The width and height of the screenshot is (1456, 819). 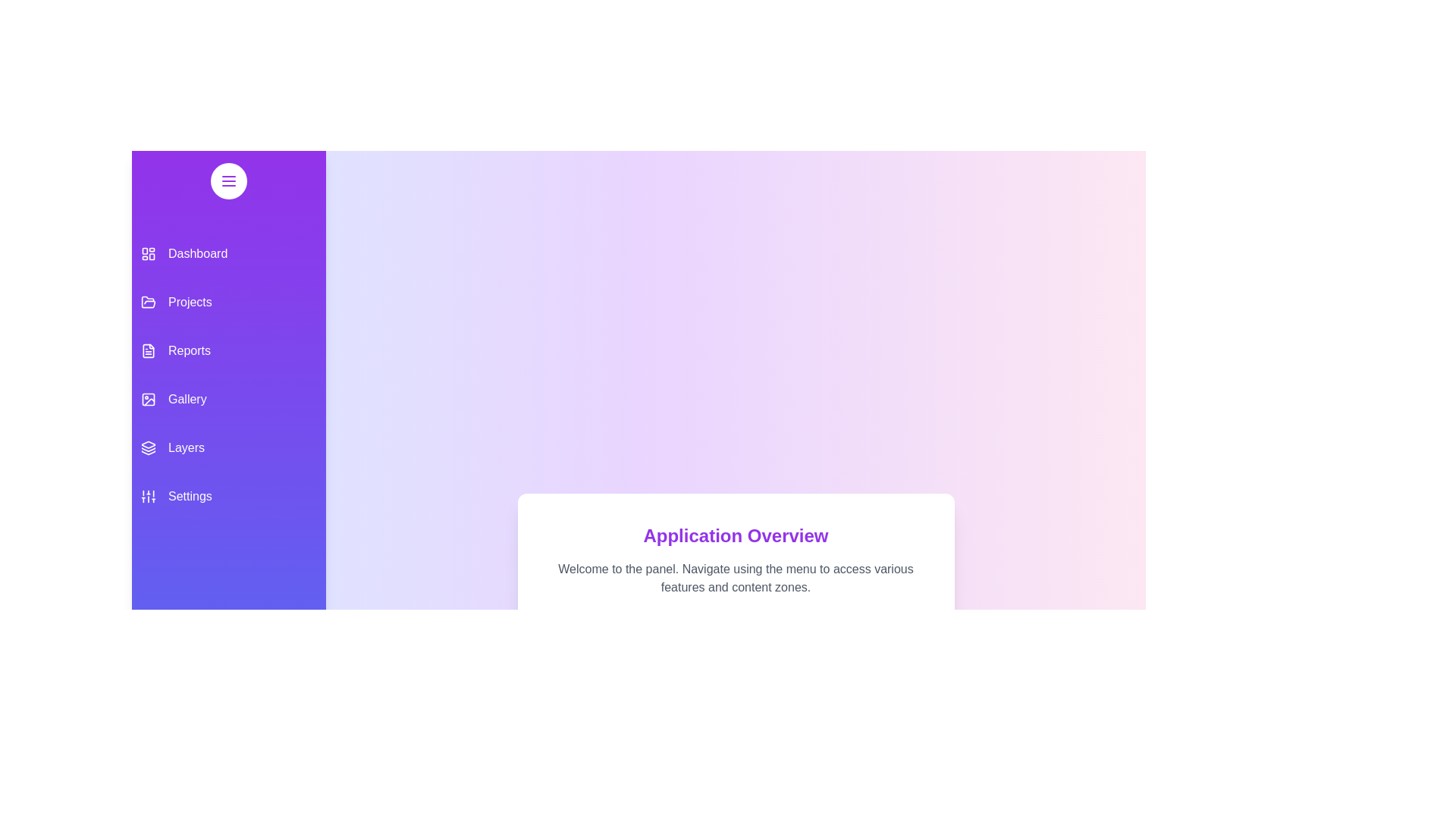 I want to click on the menu item Settings from the drawer to navigate to its respective section, so click(x=228, y=497).